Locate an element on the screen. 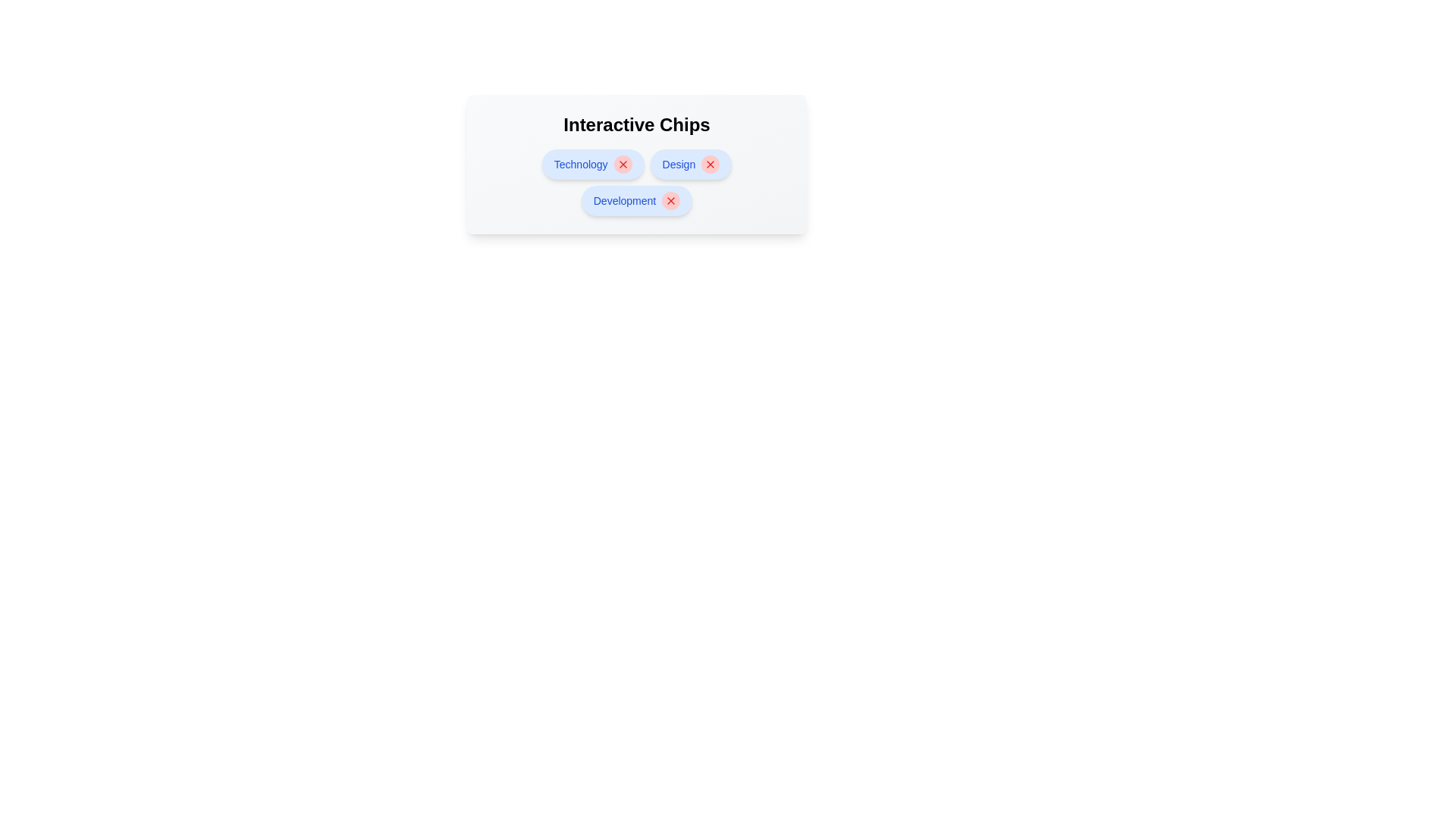  the chip labeled Development is located at coordinates (625, 200).